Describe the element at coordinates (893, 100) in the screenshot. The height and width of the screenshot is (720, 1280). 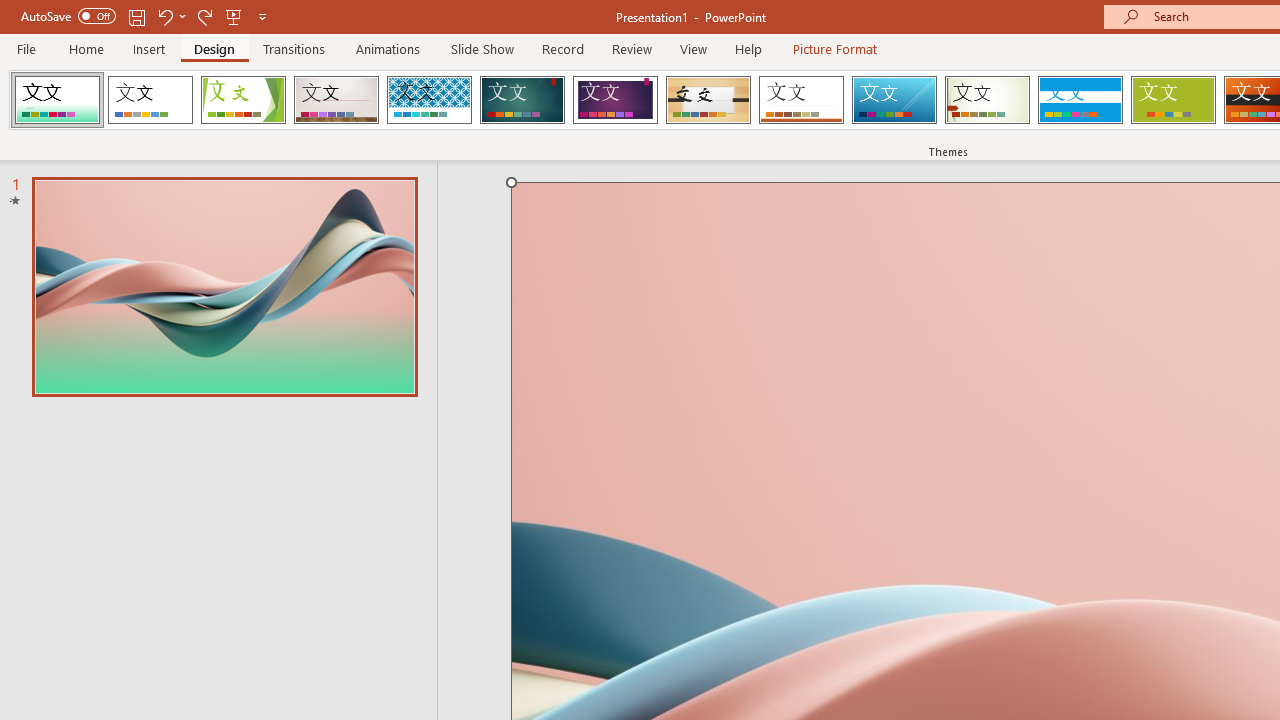
I see `'Slice'` at that location.